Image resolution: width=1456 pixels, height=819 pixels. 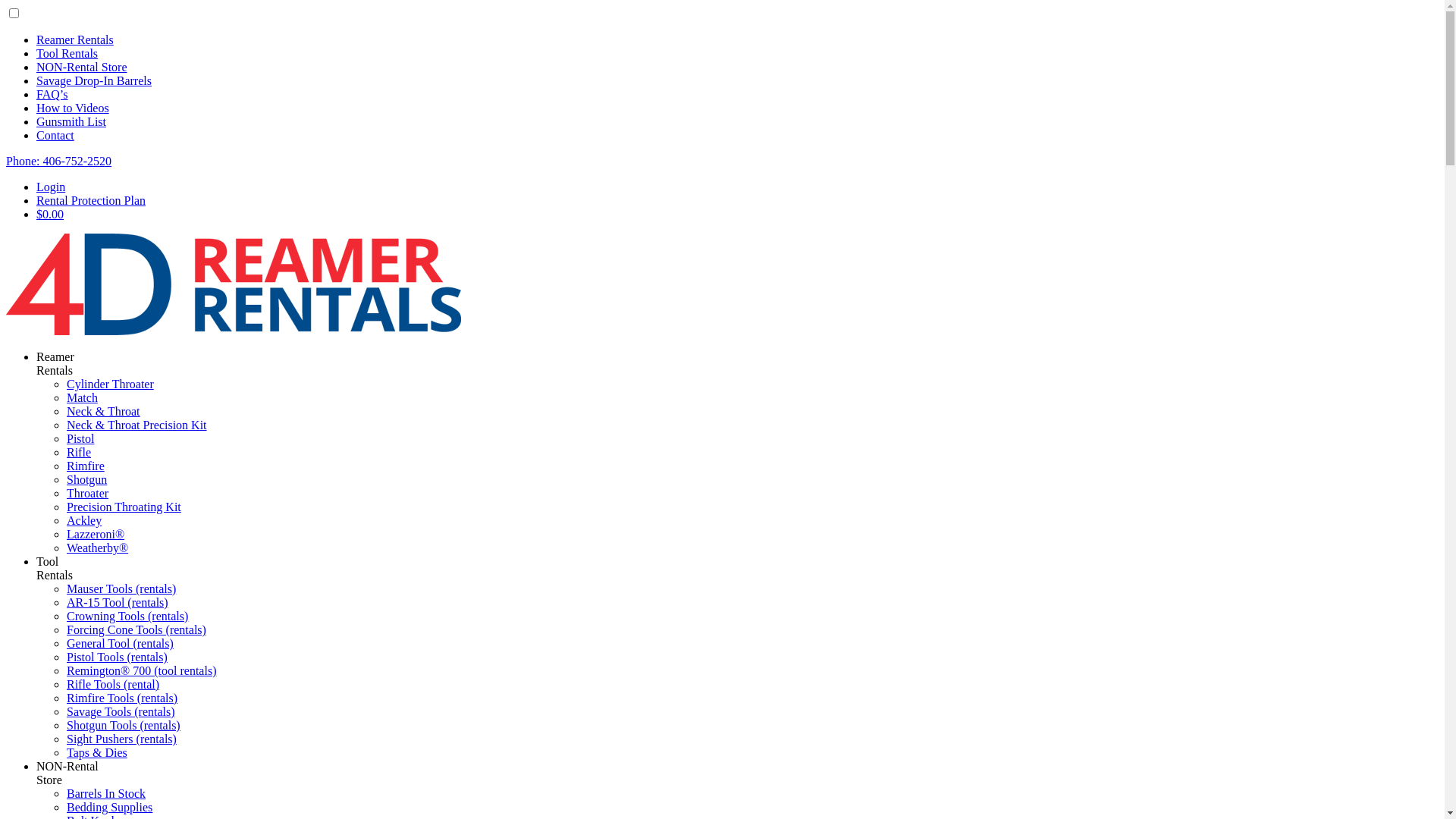 What do you see at coordinates (136, 629) in the screenshot?
I see `'Forcing Cone Tools (rentals)'` at bounding box center [136, 629].